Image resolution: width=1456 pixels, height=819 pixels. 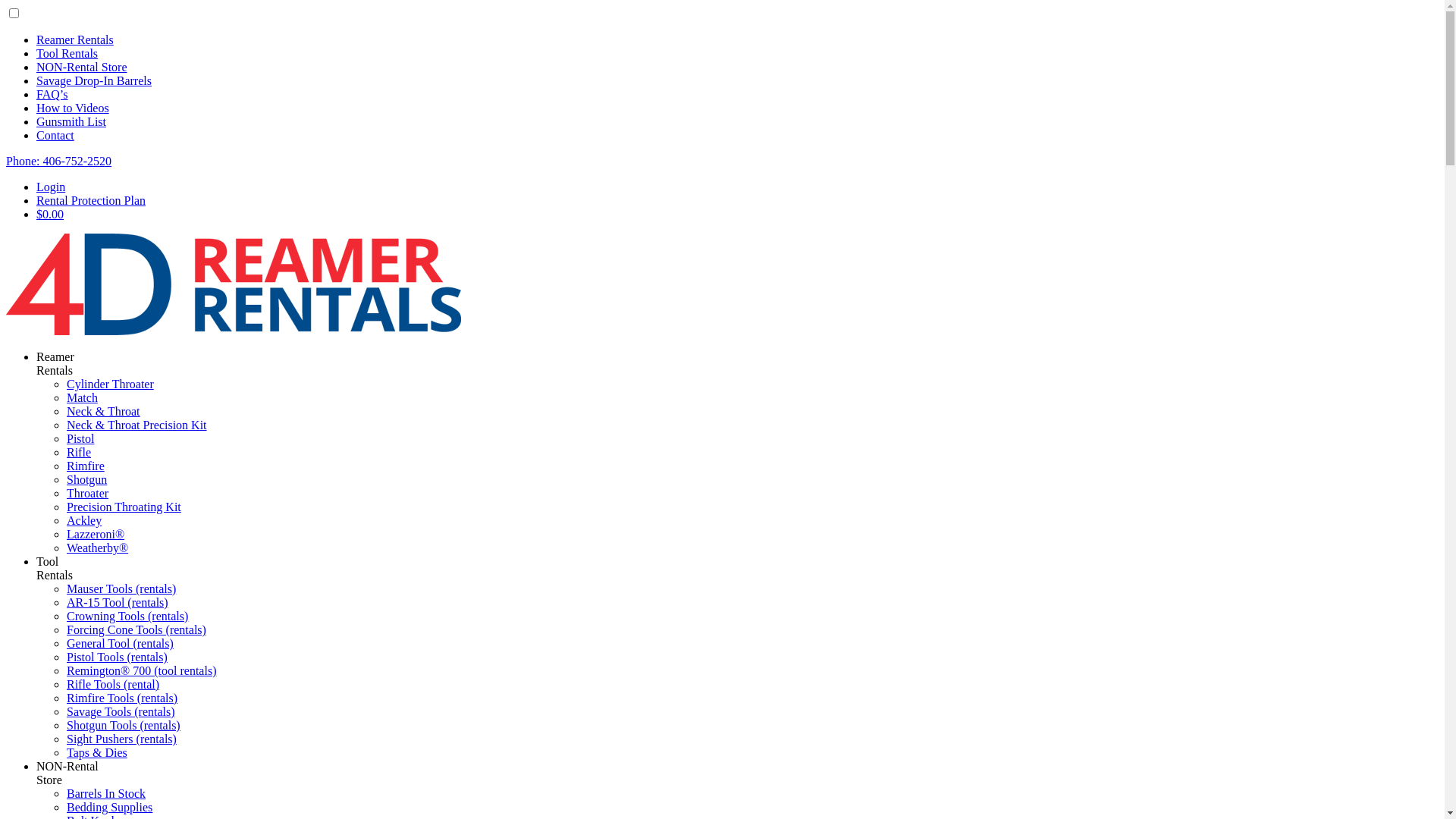 What do you see at coordinates (136, 629) in the screenshot?
I see `'Forcing Cone Tools (rentals)'` at bounding box center [136, 629].